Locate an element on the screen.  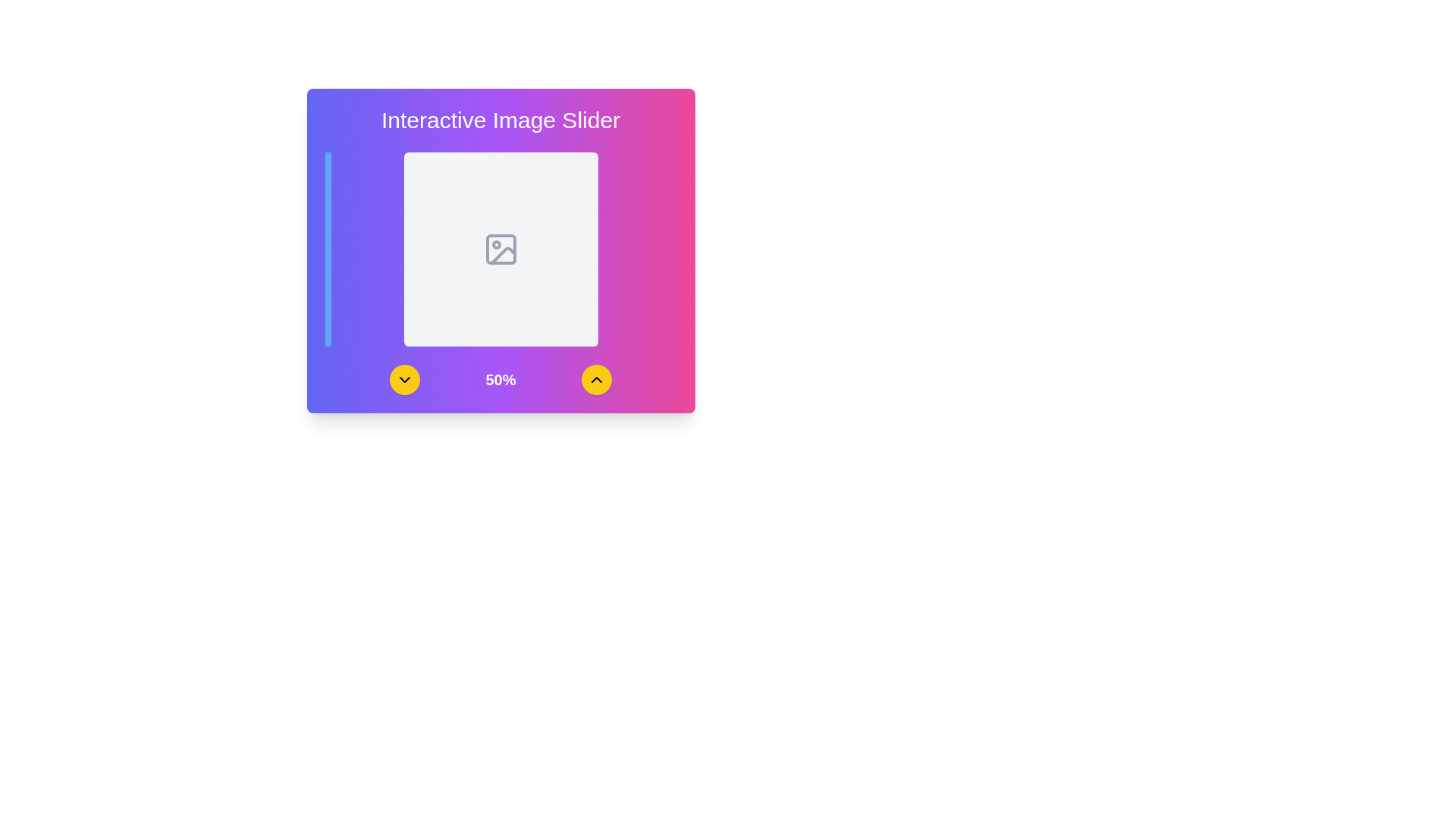
the first circular button from the left, which indicates a 'down' action is located at coordinates (405, 379).